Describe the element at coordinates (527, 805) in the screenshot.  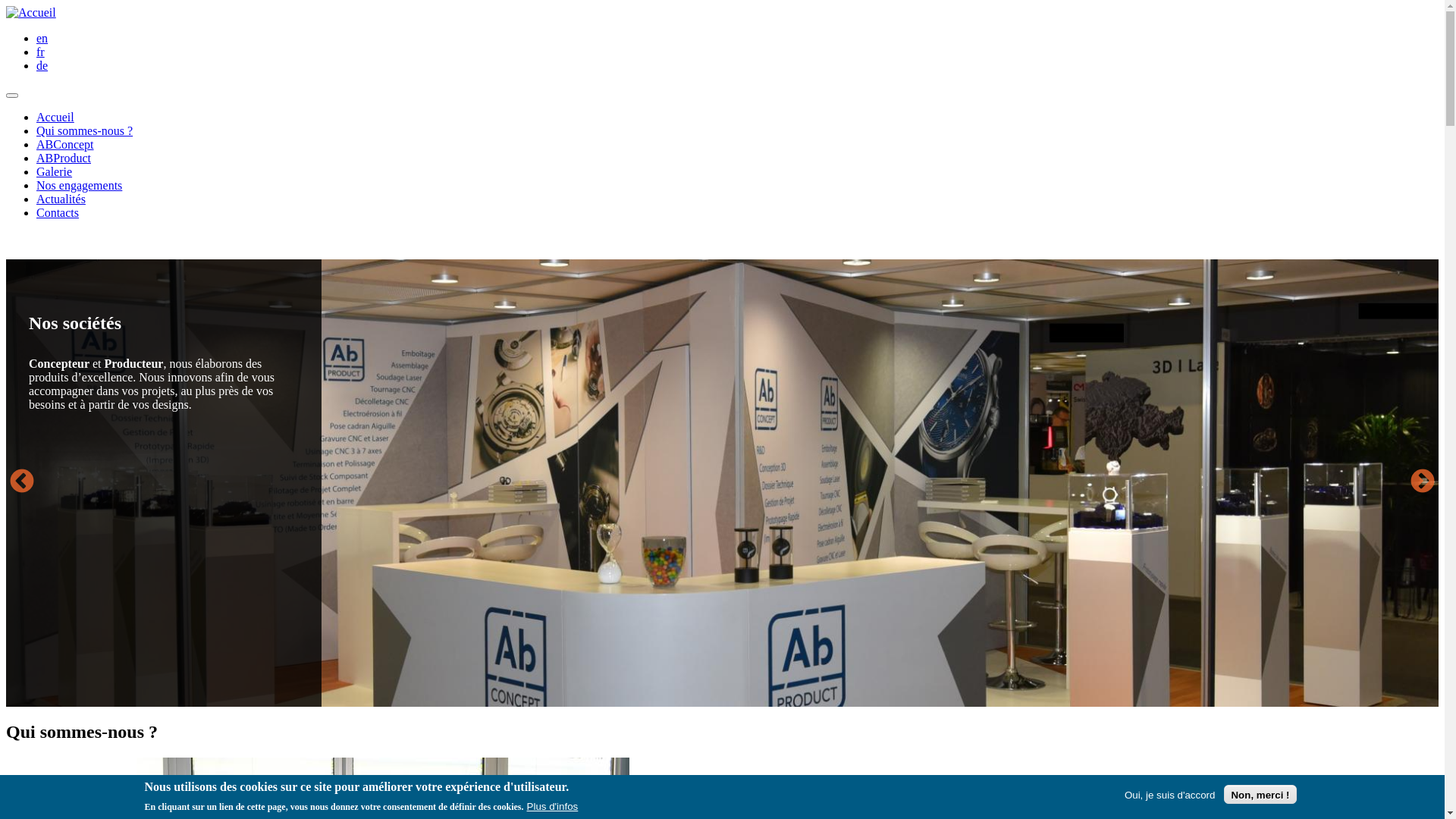
I see `'Plus d'infos'` at that location.